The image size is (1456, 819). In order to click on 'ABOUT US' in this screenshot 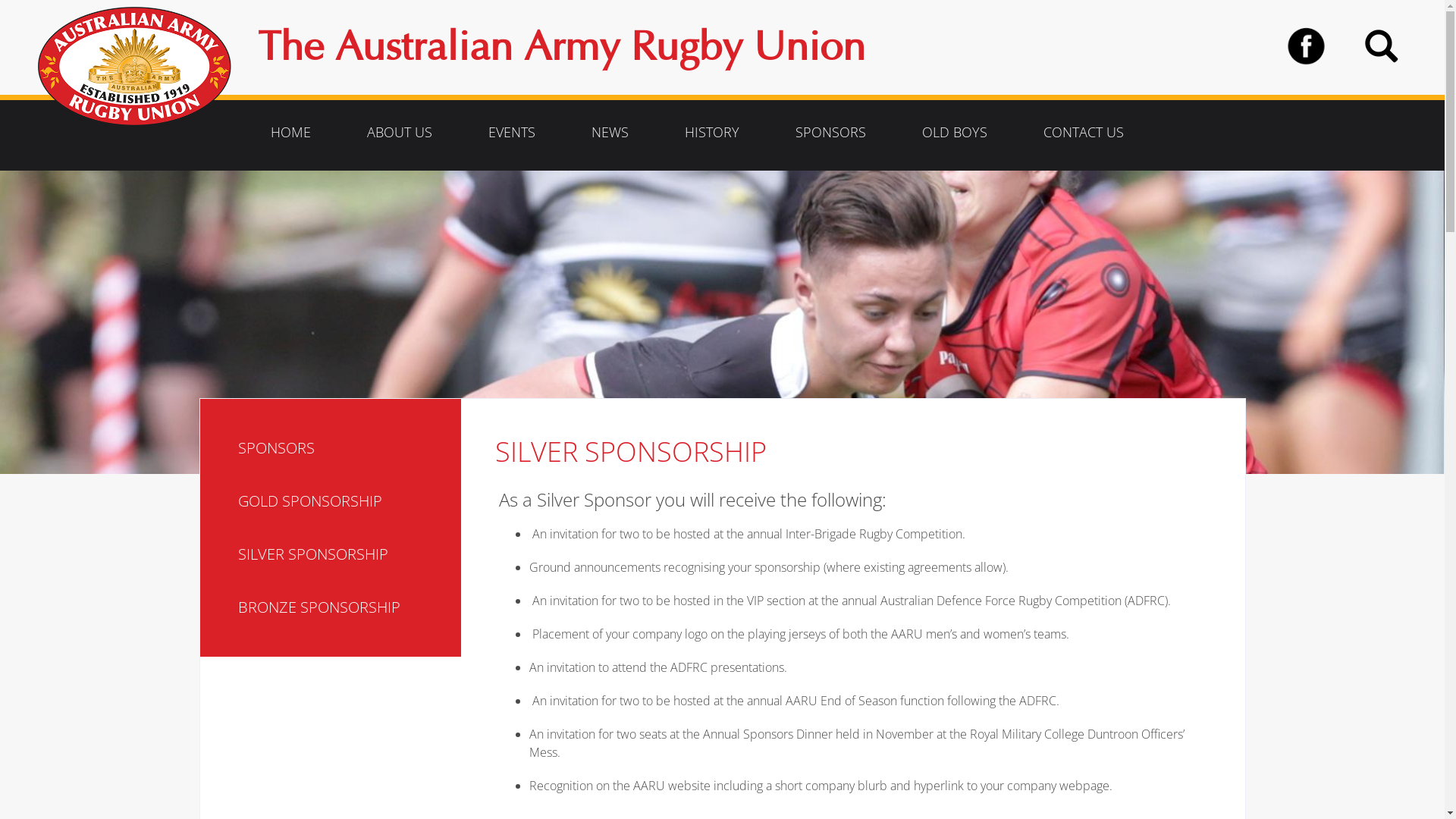, I will do `click(345, 130)`.